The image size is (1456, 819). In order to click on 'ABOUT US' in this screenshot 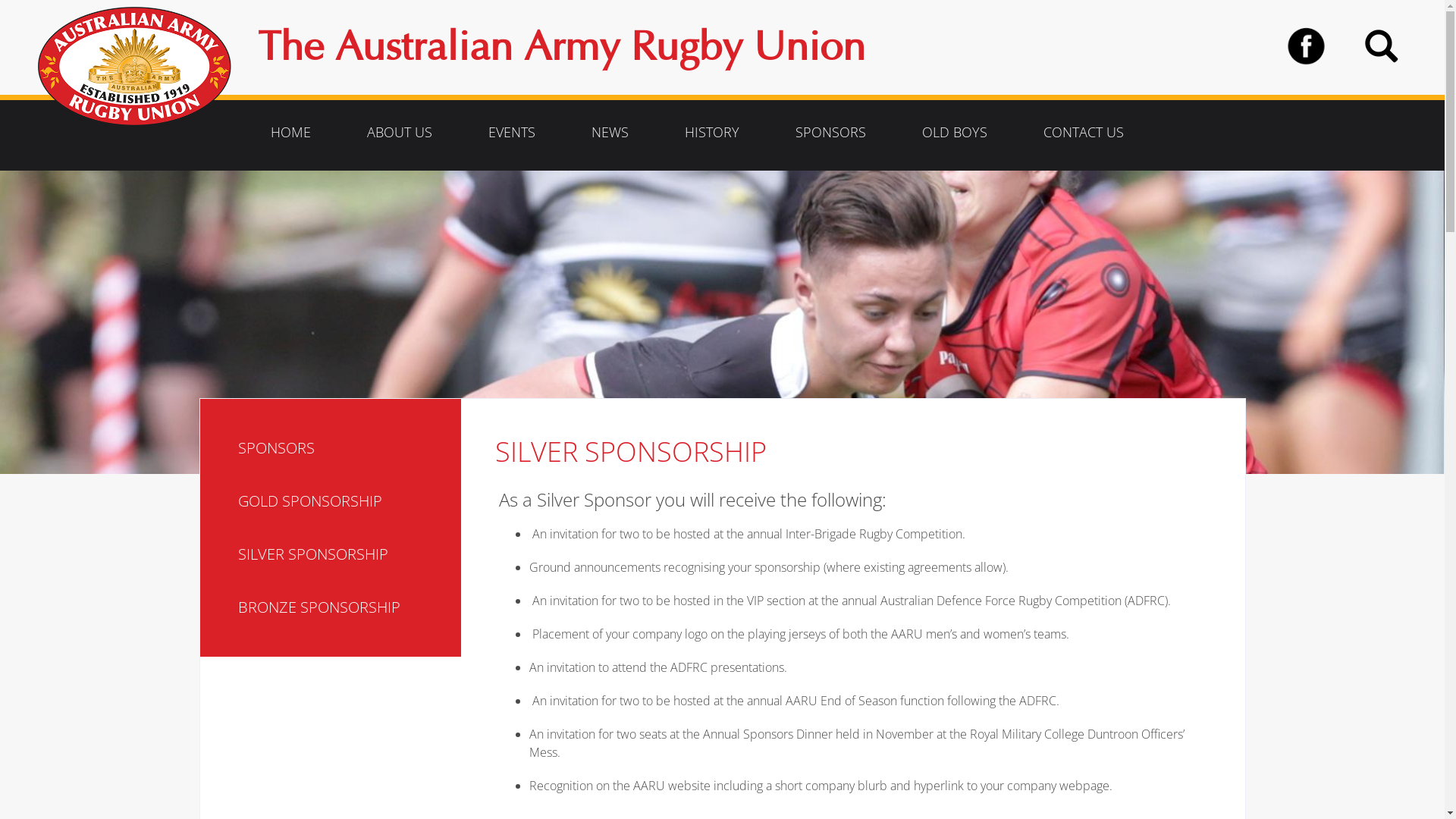, I will do `click(345, 130)`.